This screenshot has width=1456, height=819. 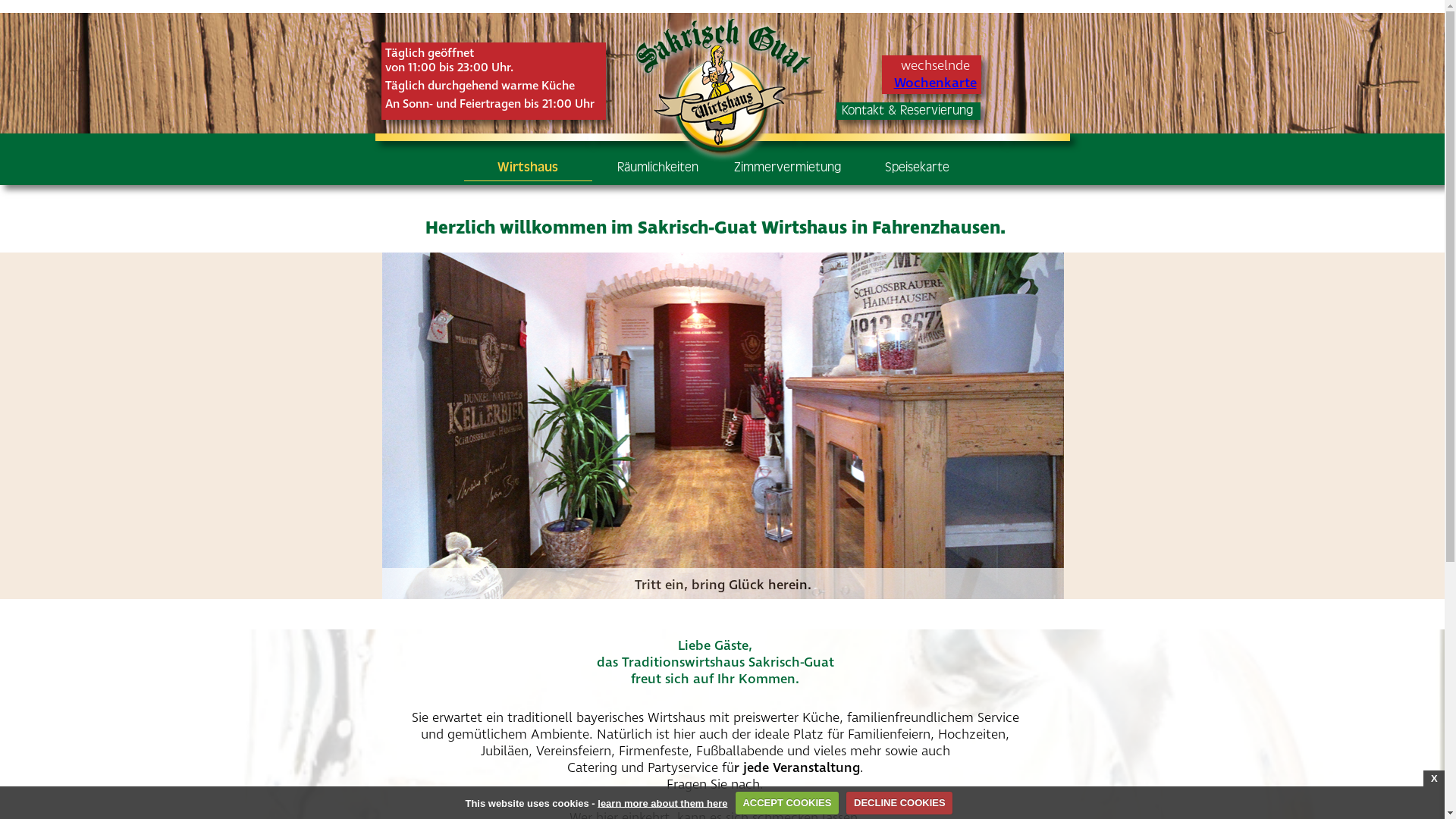 What do you see at coordinates (662, 802) in the screenshot?
I see `'learn more about them here'` at bounding box center [662, 802].